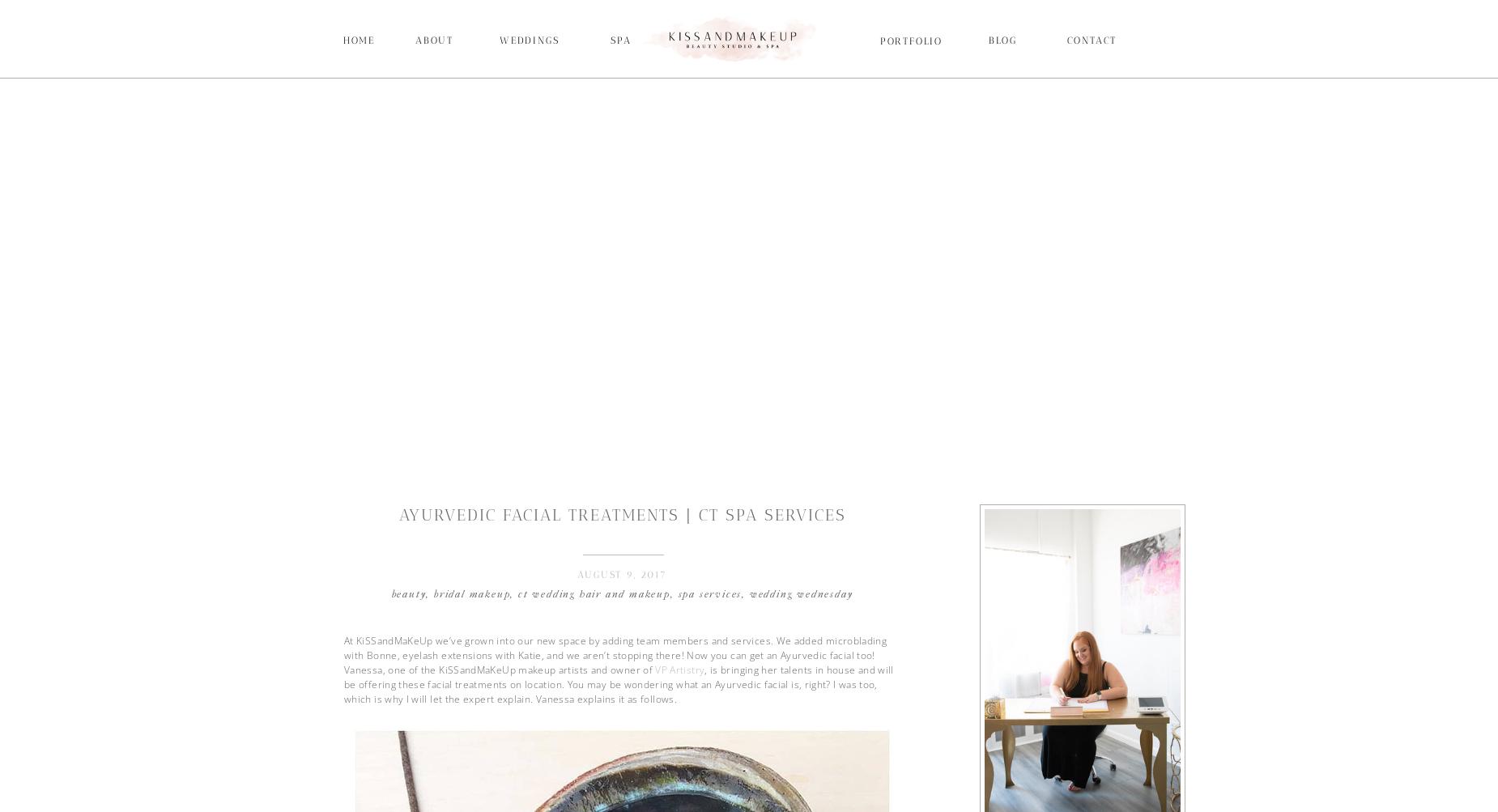 The image size is (1498, 812). What do you see at coordinates (620, 40) in the screenshot?
I see `'SPA'` at bounding box center [620, 40].